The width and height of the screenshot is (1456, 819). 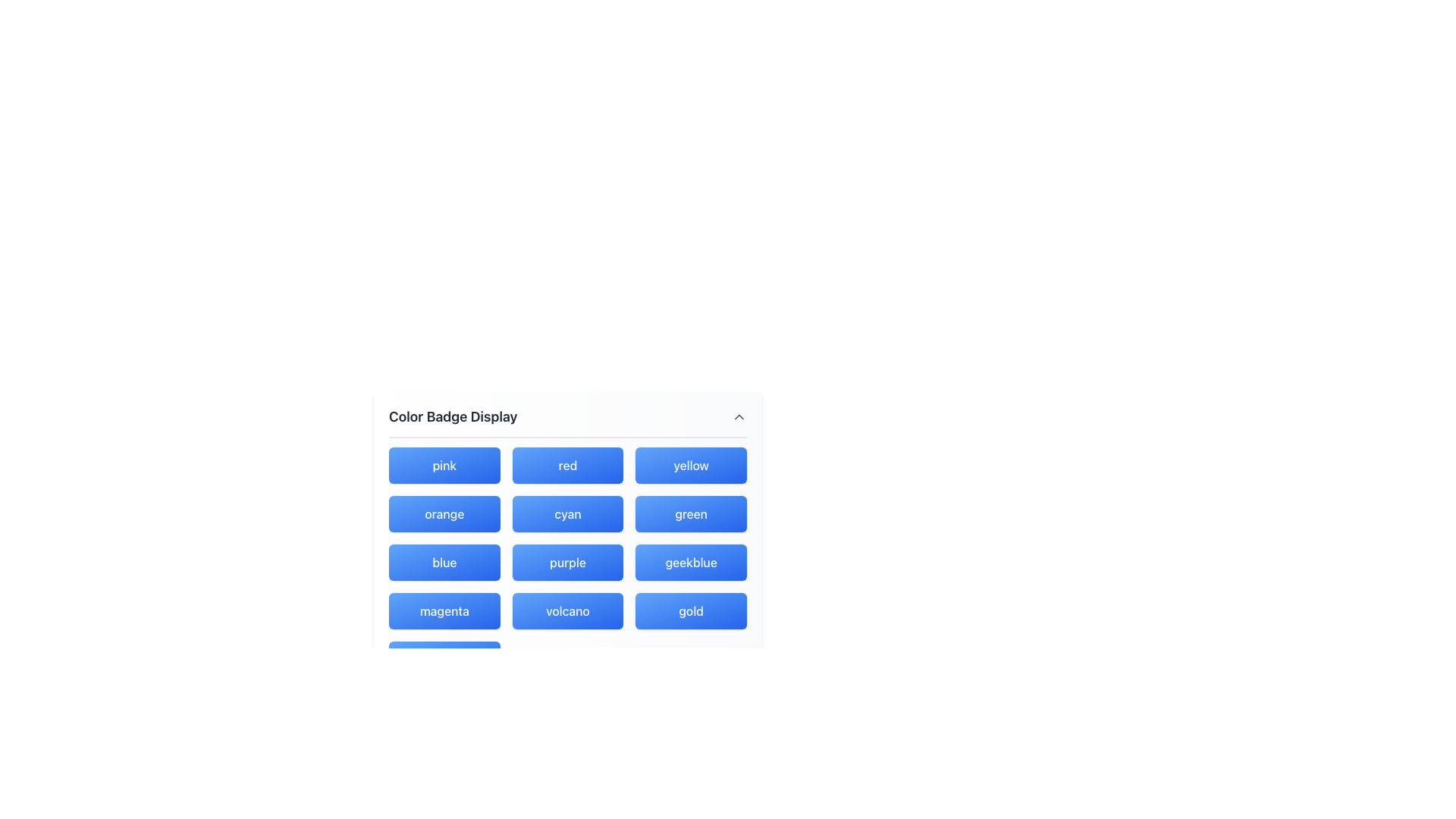 I want to click on the informational button labeled 'magenta', located in the fourth row and first column of the grid, positioned below the 'blue' button and above the 'lime' button, so click(x=444, y=610).